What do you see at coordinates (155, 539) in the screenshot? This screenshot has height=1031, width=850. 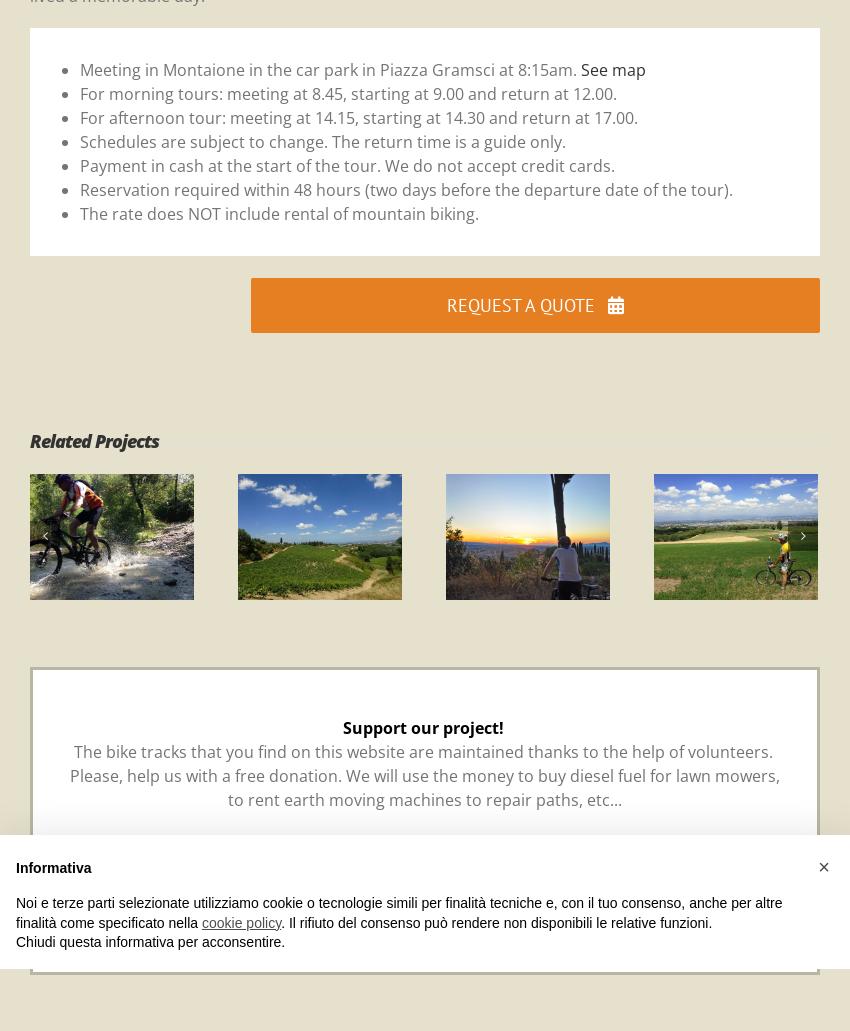 I see `'Montaione and its territory'` at bounding box center [155, 539].